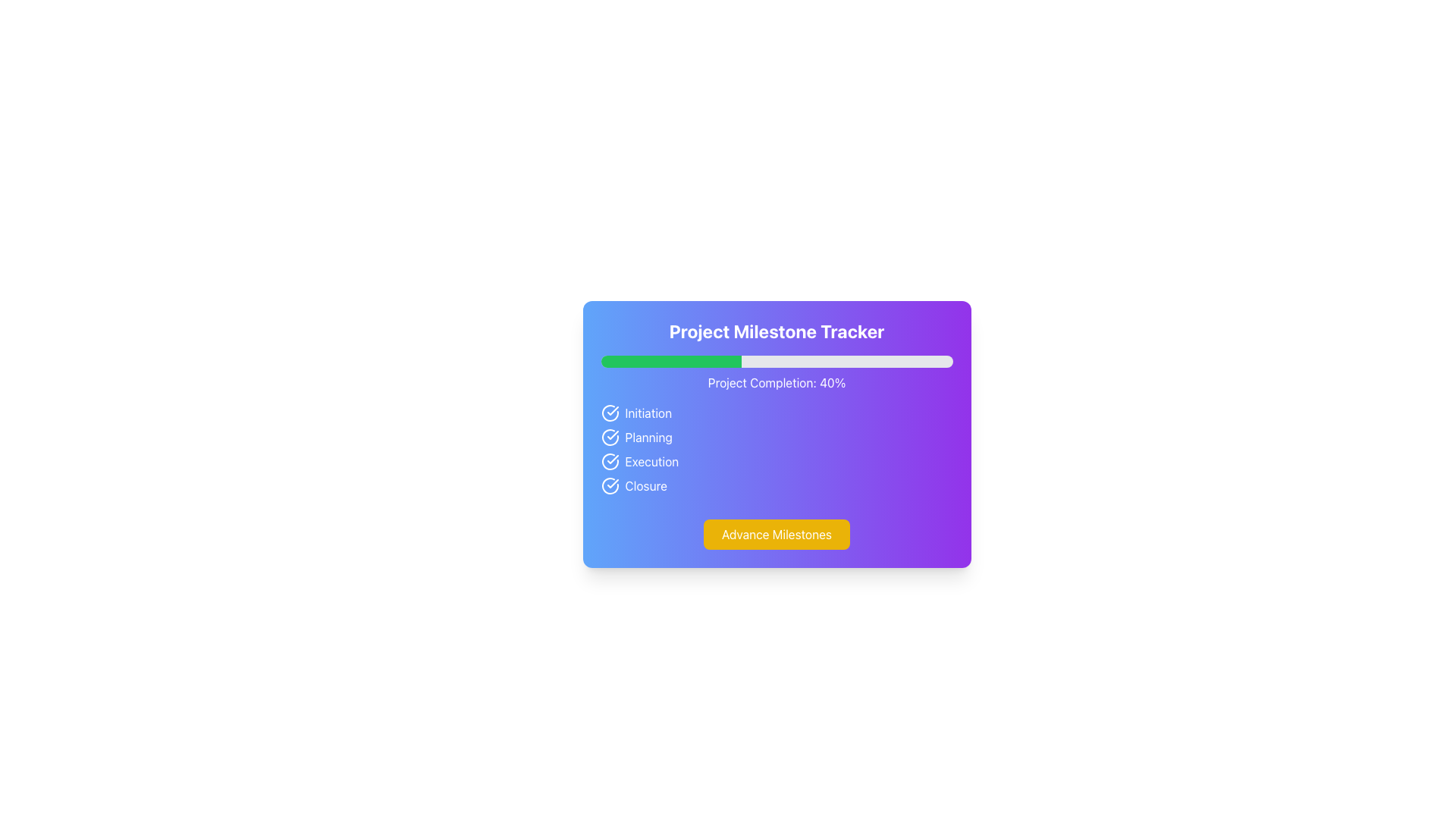 This screenshot has height=819, width=1456. Describe the element at coordinates (777, 435) in the screenshot. I see `the 'Project Milestone Tracker' card to view the progress and milestones displayed within it` at that location.